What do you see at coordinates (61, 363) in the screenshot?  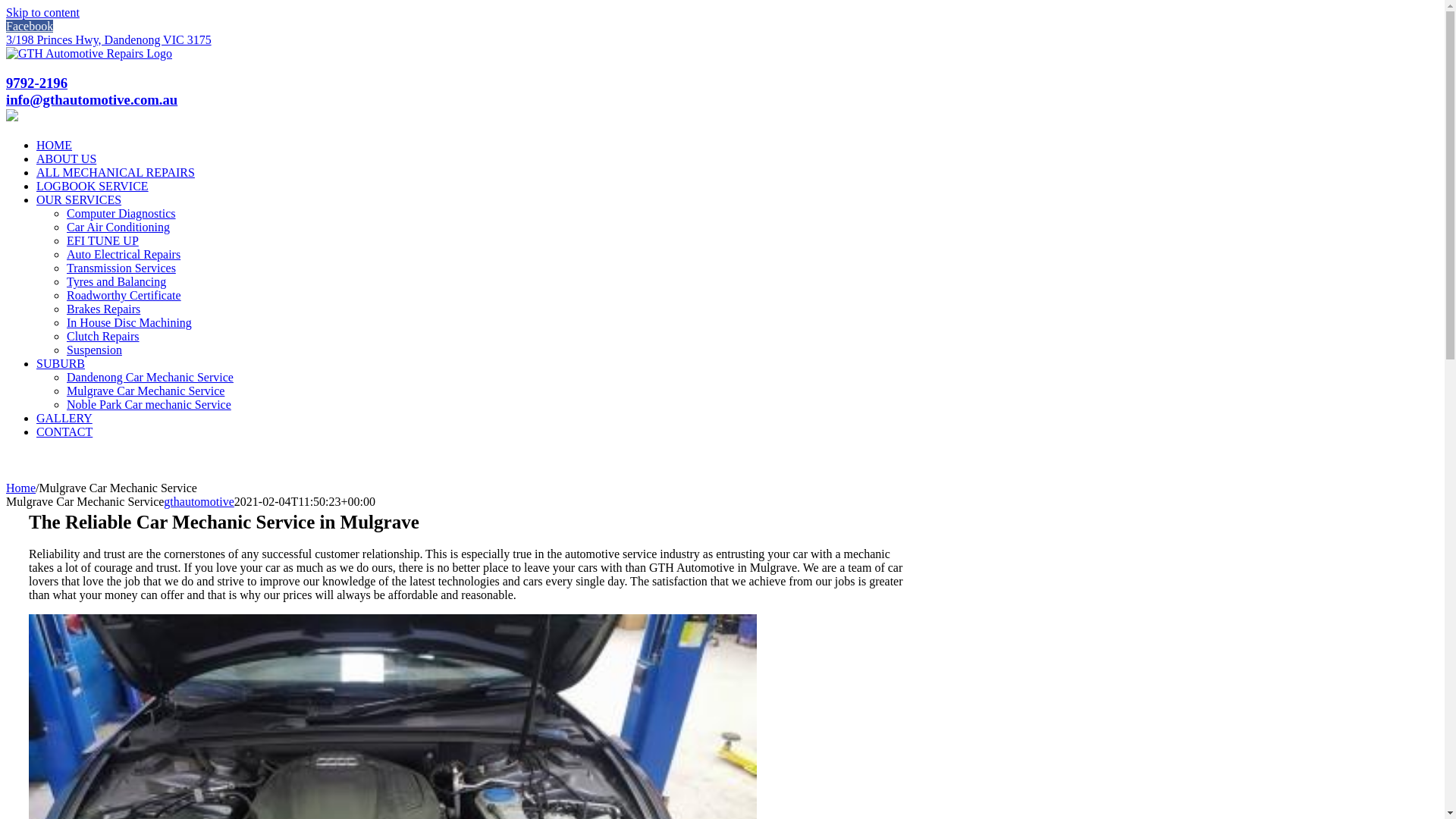 I see `'SUBURB'` at bounding box center [61, 363].